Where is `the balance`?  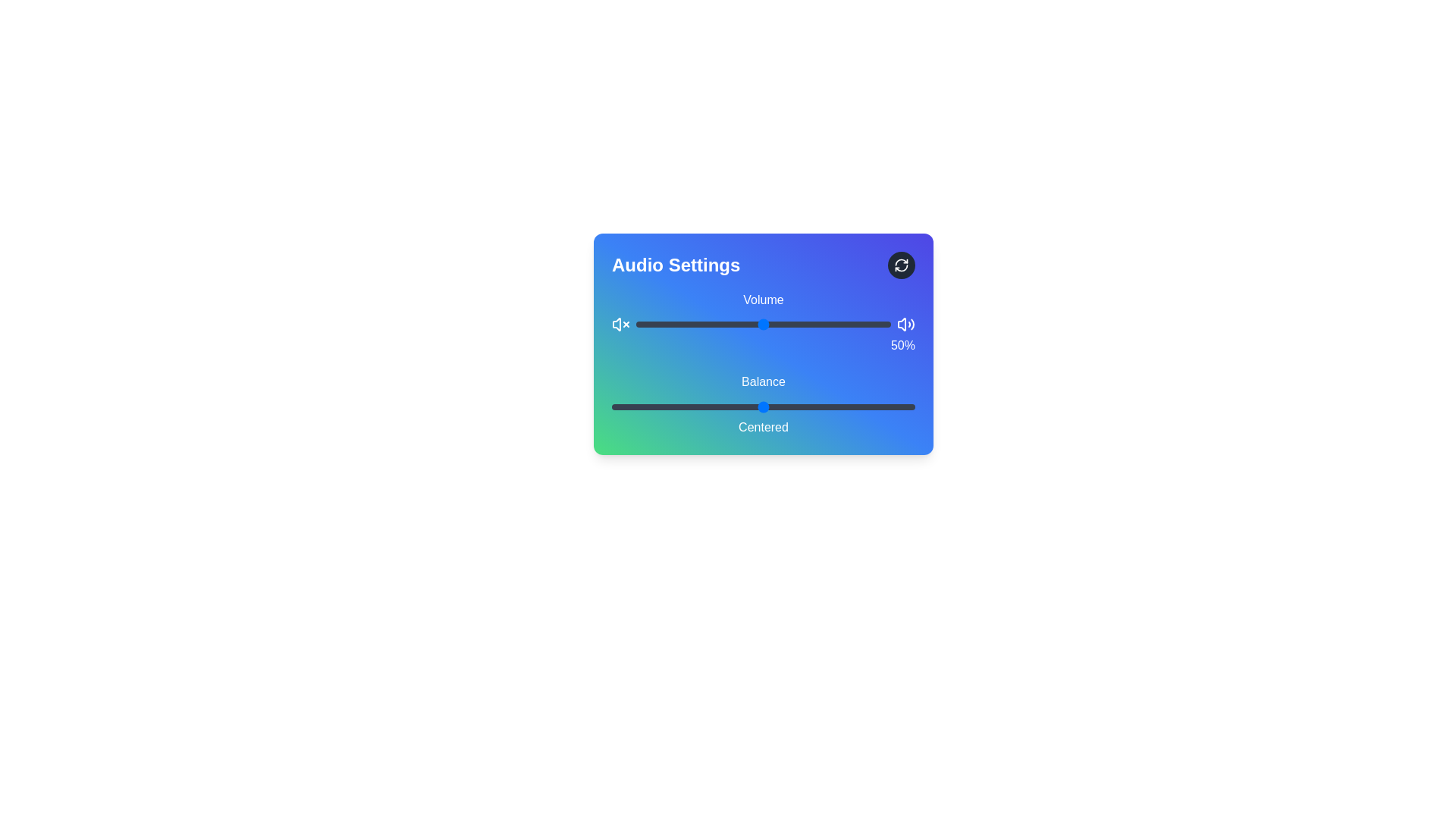 the balance is located at coordinates (894, 406).